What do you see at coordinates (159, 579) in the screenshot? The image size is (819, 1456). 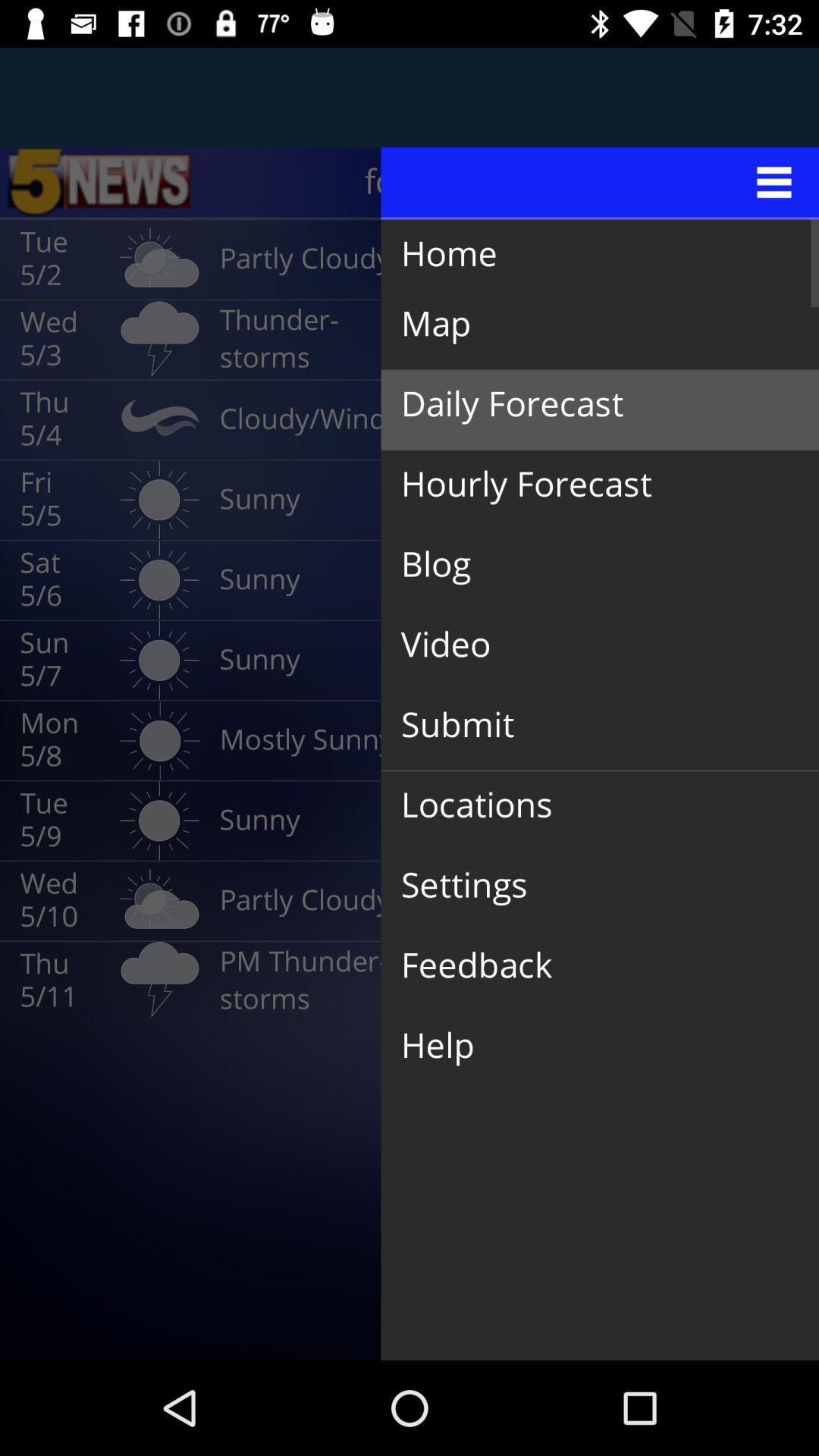 I see `the icon which next to the  sat 56` at bounding box center [159, 579].